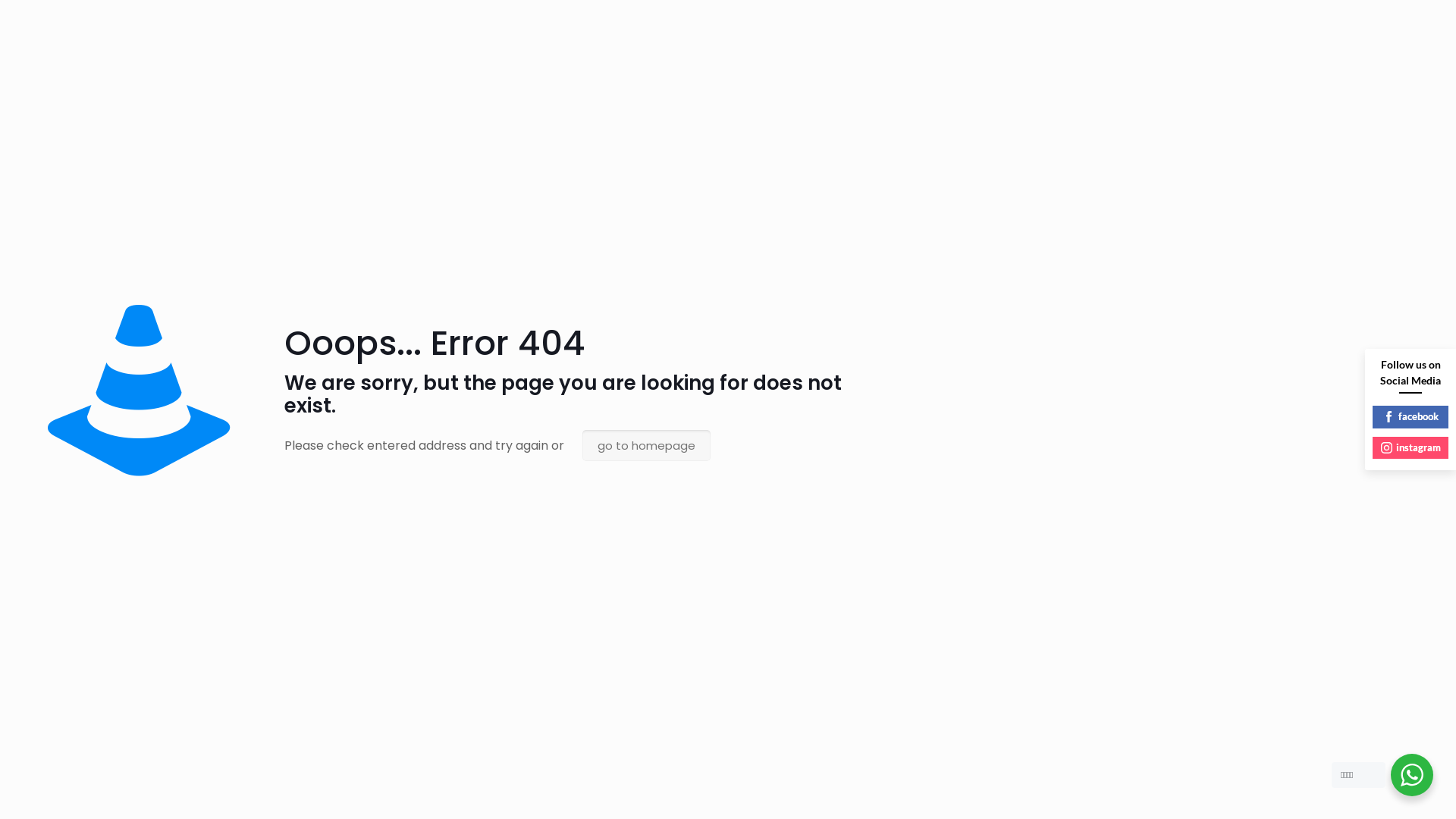 The width and height of the screenshot is (1456, 819). Describe the element at coordinates (1410, 447) in the screenshot. I see `'instagram'` at that location.